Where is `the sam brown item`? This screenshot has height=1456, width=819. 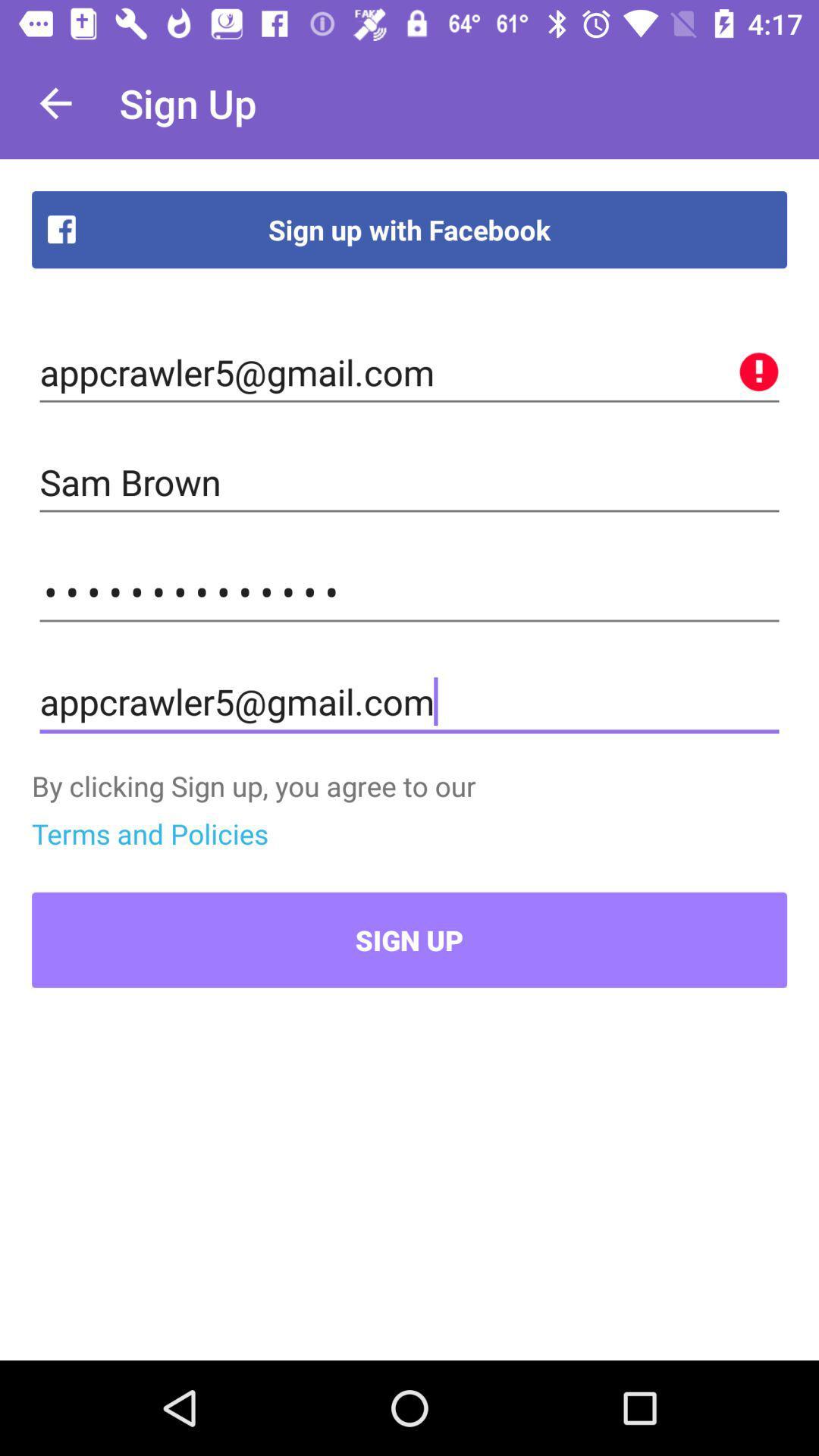 the sam brown item is located at coordinates (409, 482).